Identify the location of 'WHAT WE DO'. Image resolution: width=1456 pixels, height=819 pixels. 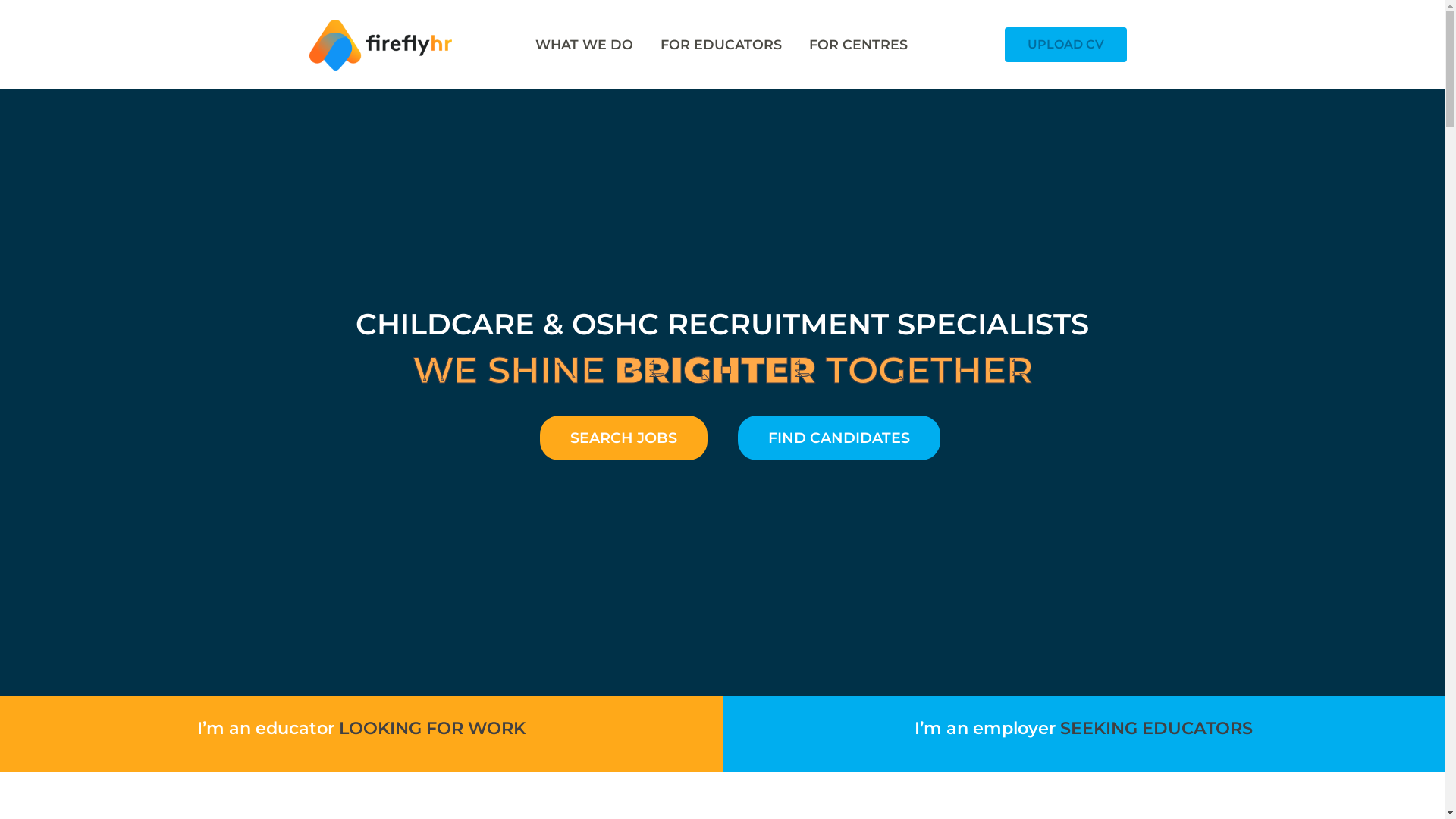
(521, 43).